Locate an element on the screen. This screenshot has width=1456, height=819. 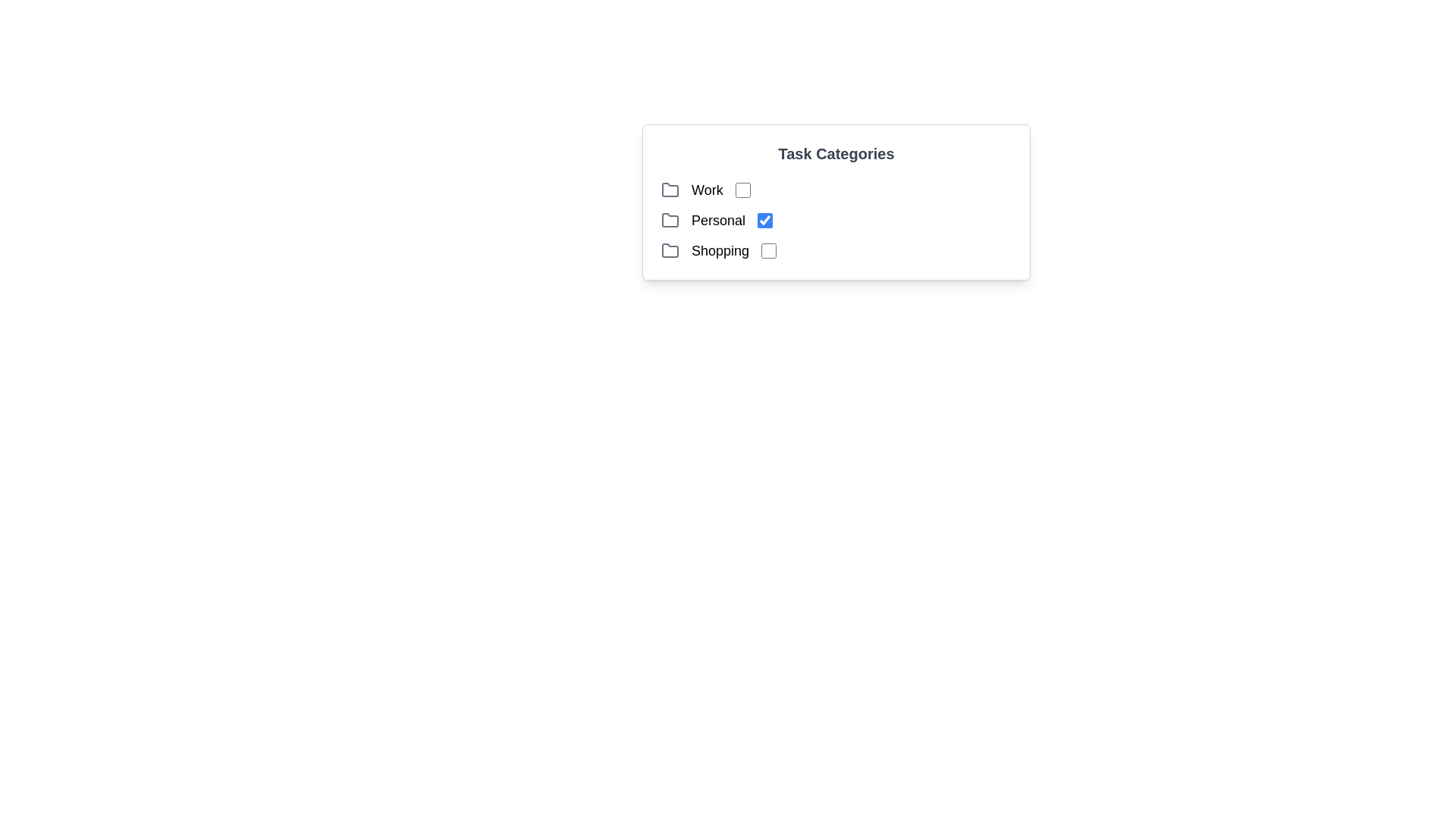
the text label displaying 'Work', which is part of the 'Task Categories' section, located between a folder icon and a checkbox is located at coordinates (706, 189).